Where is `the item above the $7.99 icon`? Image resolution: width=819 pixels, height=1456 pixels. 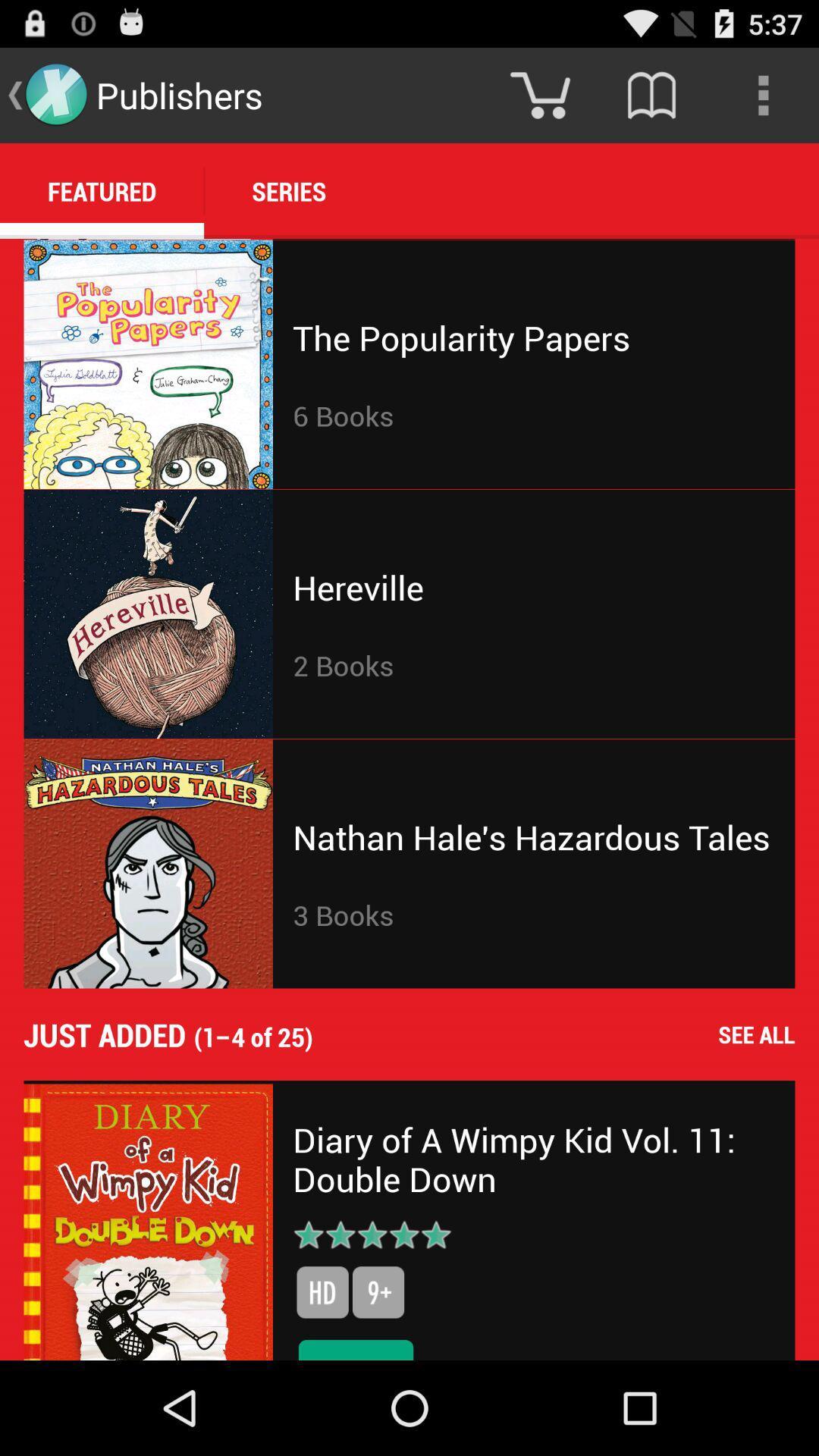 the item above the $7.99 icon is located at coordinates (322, 1291).